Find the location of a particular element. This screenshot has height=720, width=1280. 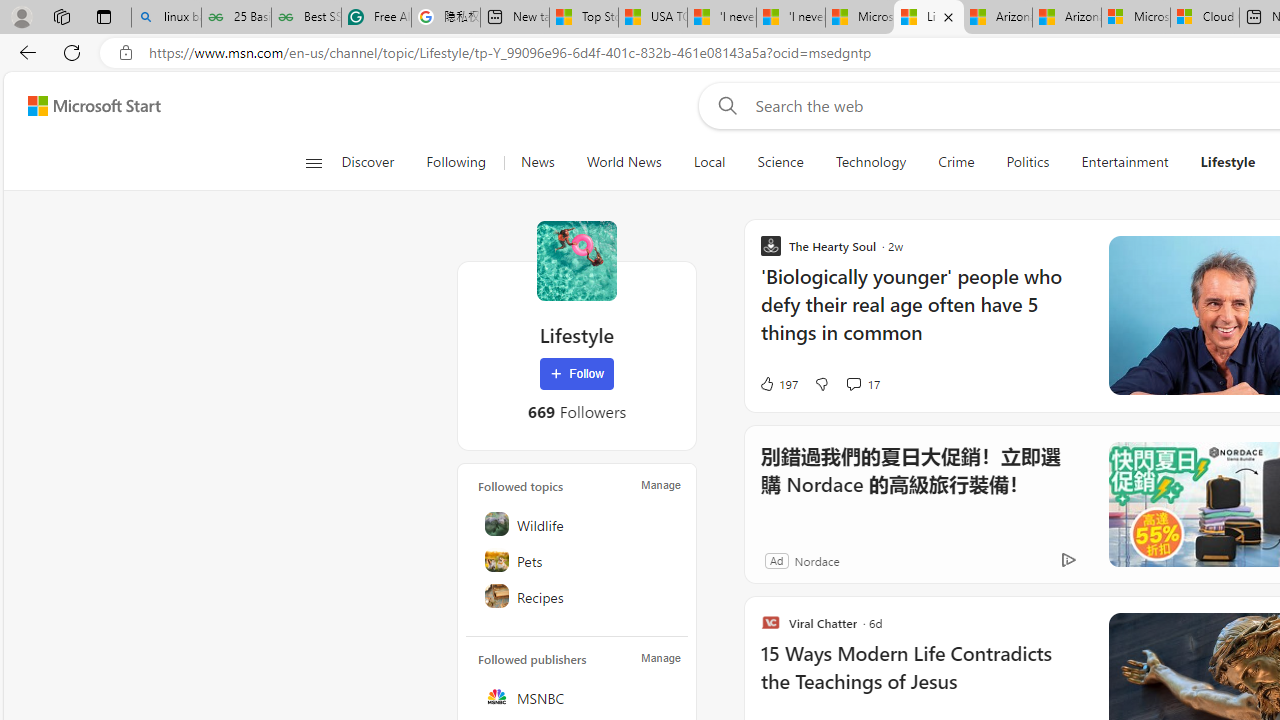

'Best SSL Certificates Provider in India - GeeksforGeeks' is located at coordinates (304, 17).